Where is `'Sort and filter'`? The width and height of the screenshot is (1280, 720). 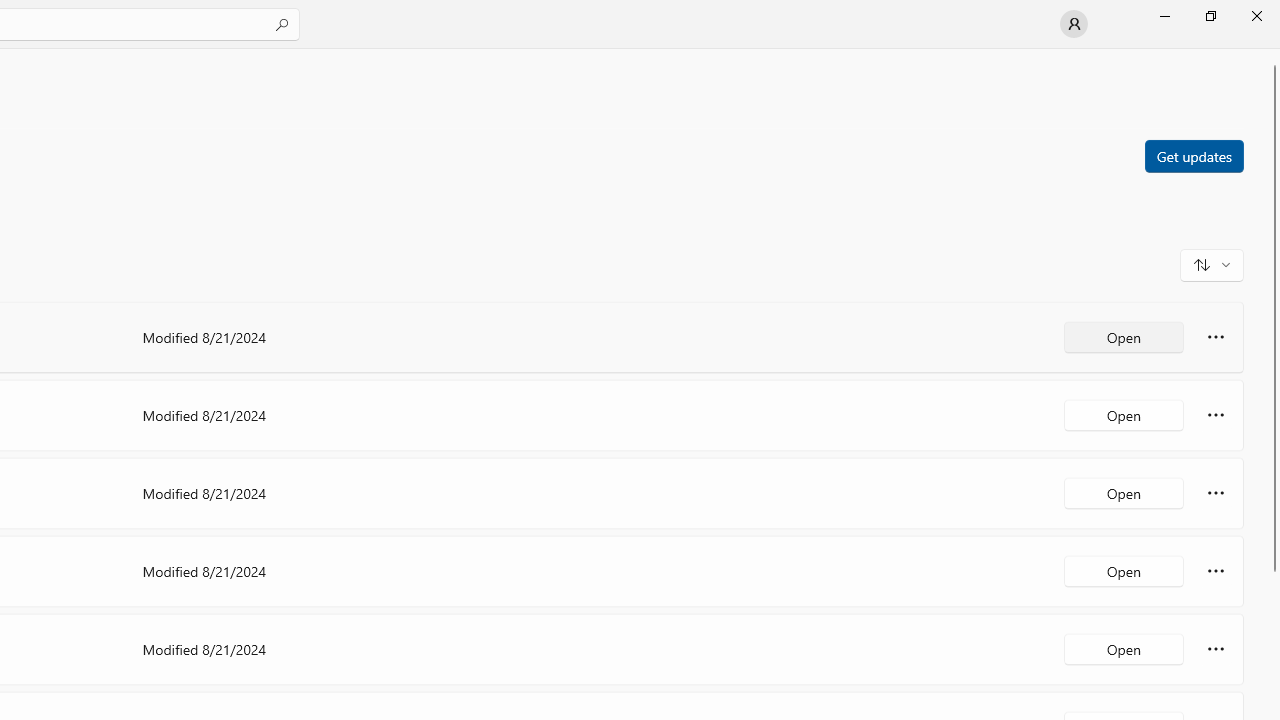 'Sort and filter' is located at coordinates (1211, 263).